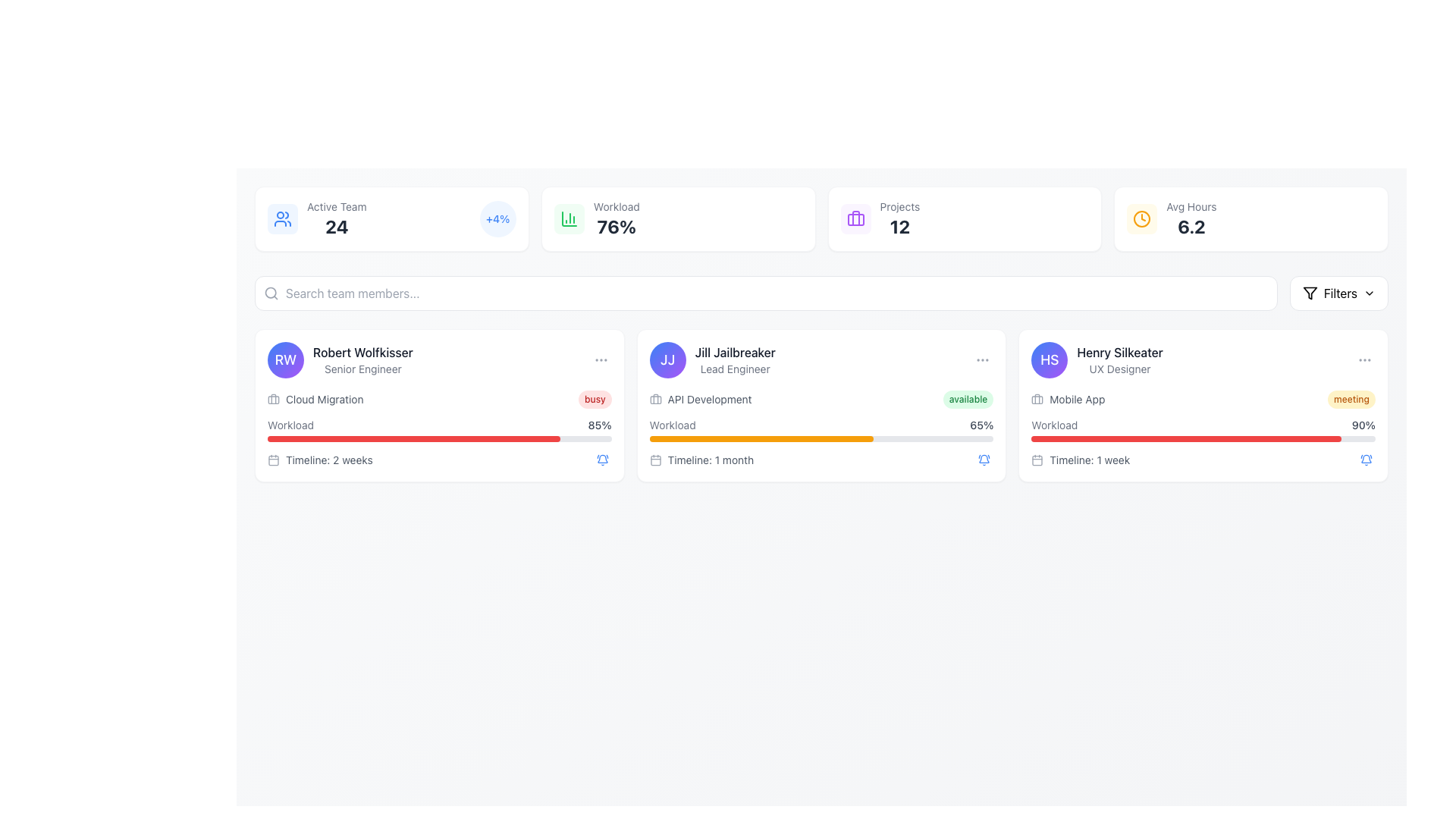  What do you see at coordinates (324, 399) in the screenshot?
I see `text label located in the first card of the UI layout, specifically under the name 'Robert Wolfkisser' and to the right of a briefcase icon` at bounding box center [324, 399].